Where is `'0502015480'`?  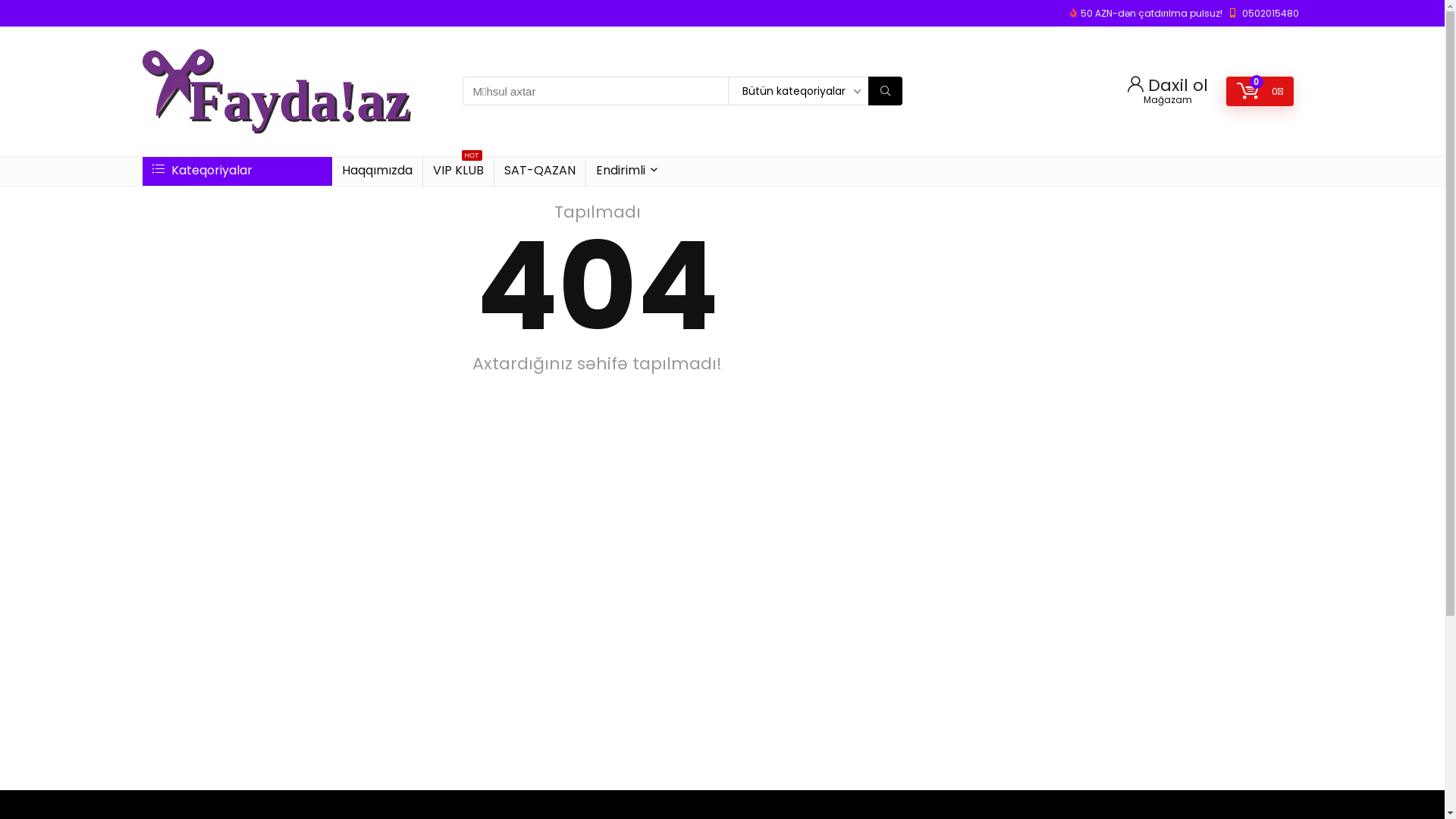
'0502015480' is located at coordinates (1270, 13).